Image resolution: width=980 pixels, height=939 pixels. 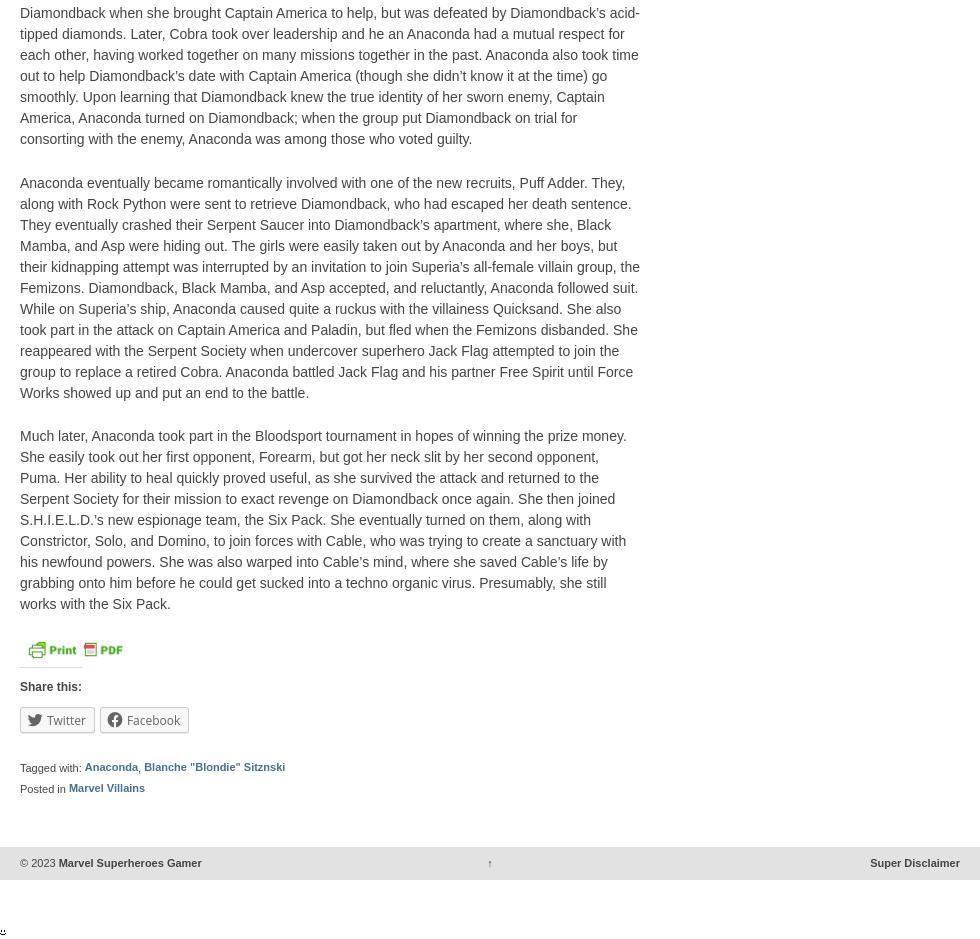 What do you see at coordinates (111, 765) in the screenshot?
I see `'Anaconda'` at bounding box center [111, 765].